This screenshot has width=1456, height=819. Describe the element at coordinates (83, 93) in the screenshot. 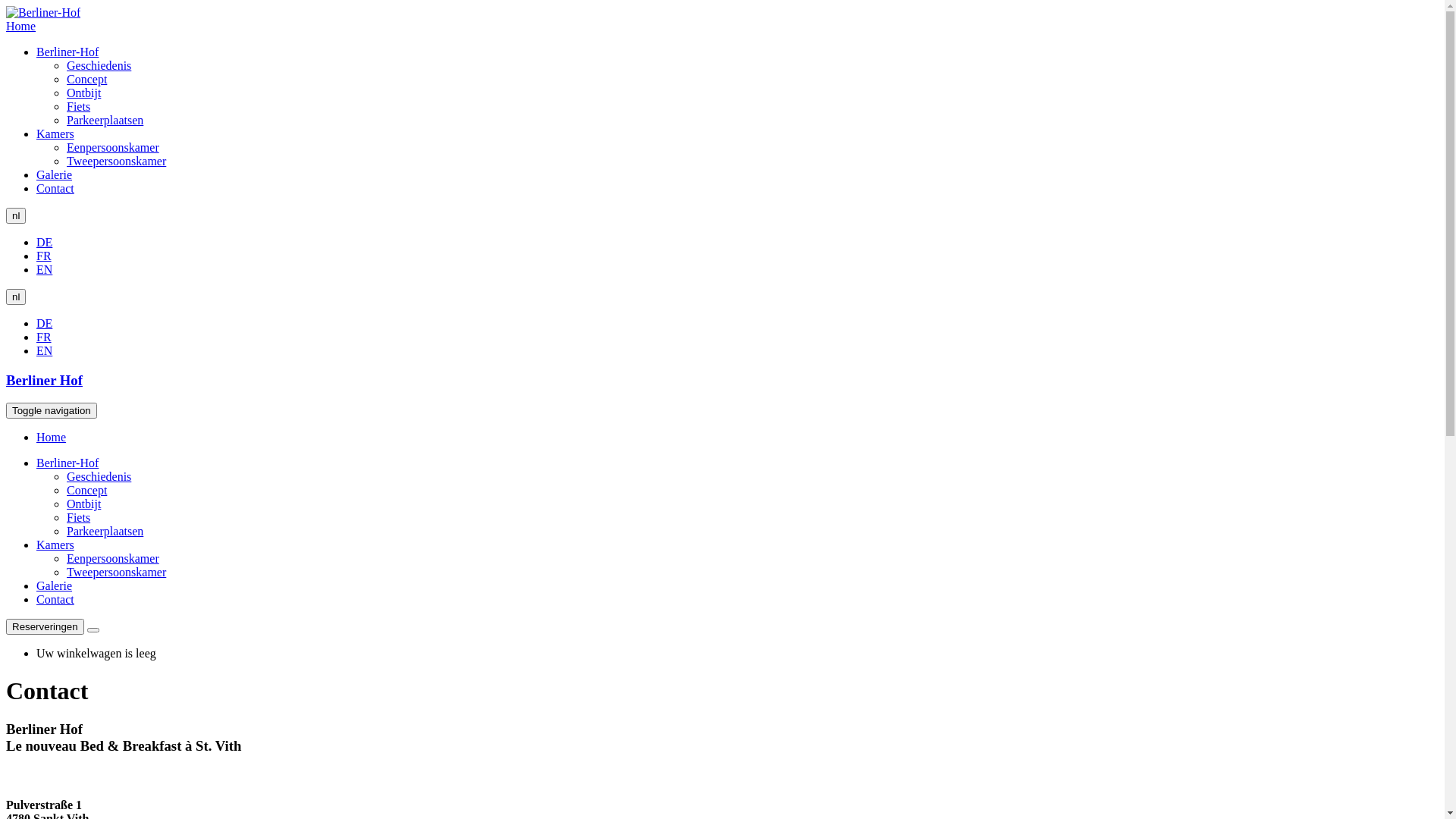

I see `'Ontbijt'` at that location.